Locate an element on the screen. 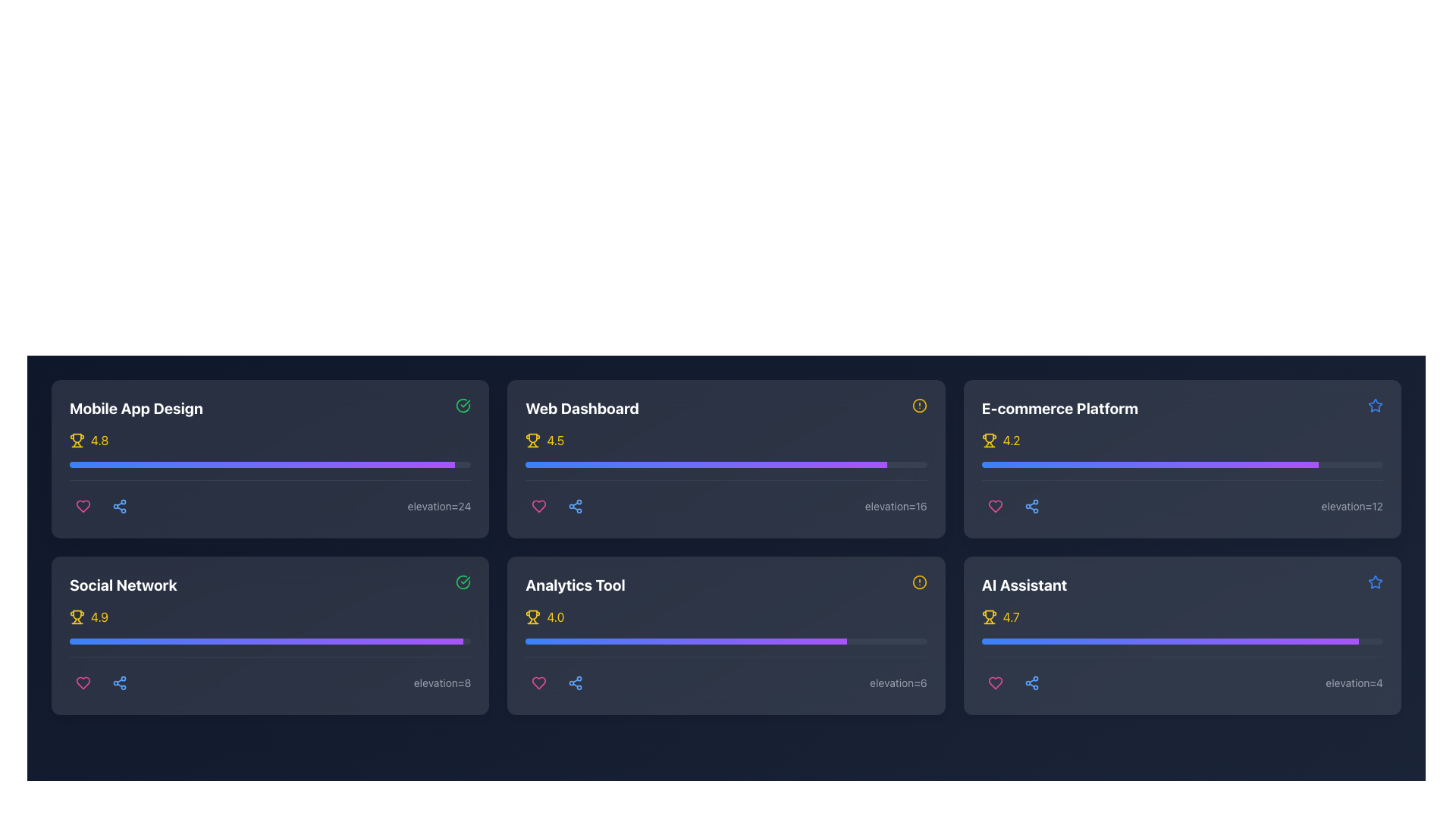 Image resolution: width=1456 pixels, height=819 pixels. the heart-shaped icon styled with pink coloring located in the lower row of the 'AI Assistant' card is located at coordinates (995, 683).